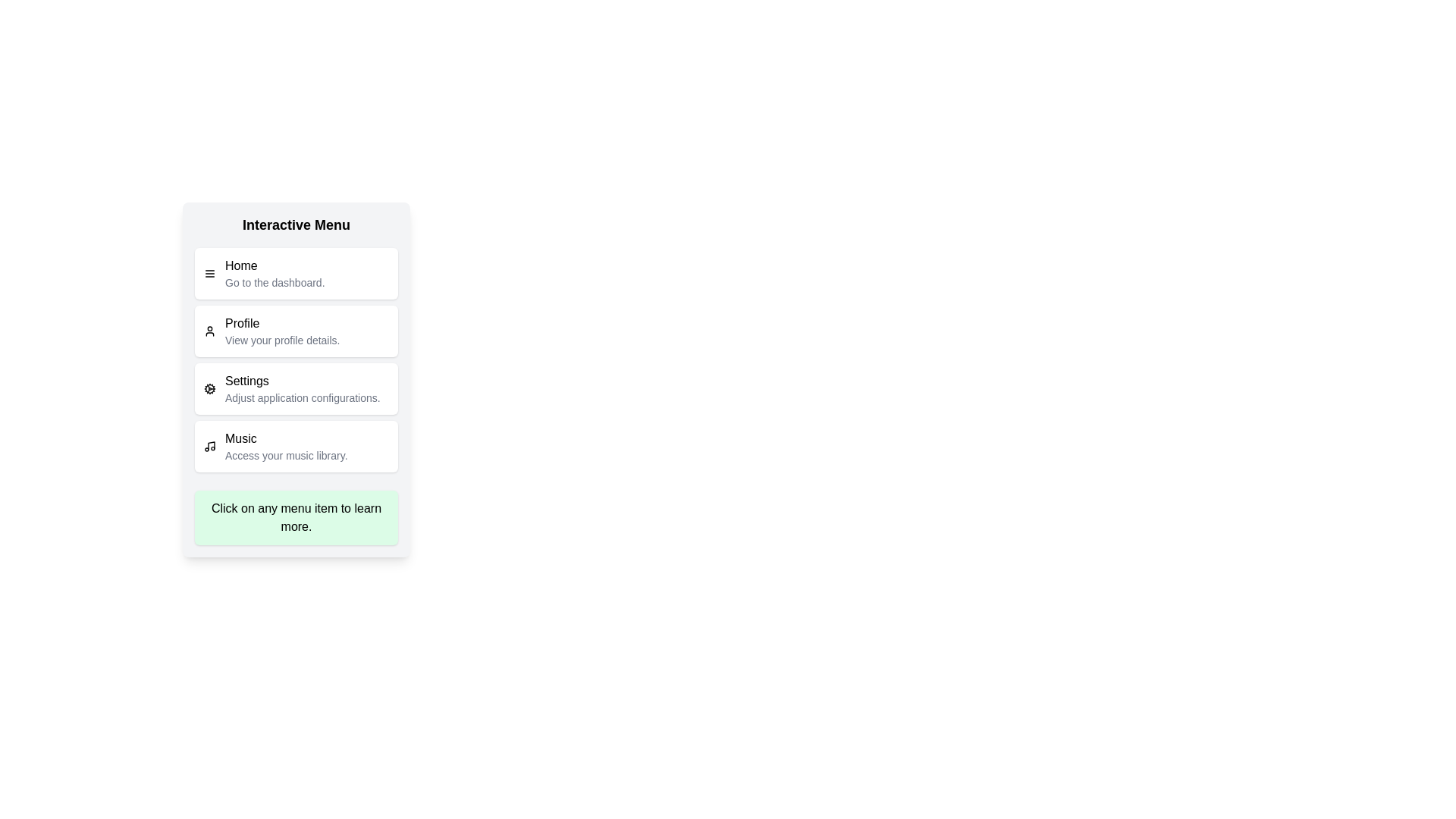  Describe the element at coordinates (296, 388) in the screenshot. I see `the menu item labeled Settings to see its hover effect` at that location.